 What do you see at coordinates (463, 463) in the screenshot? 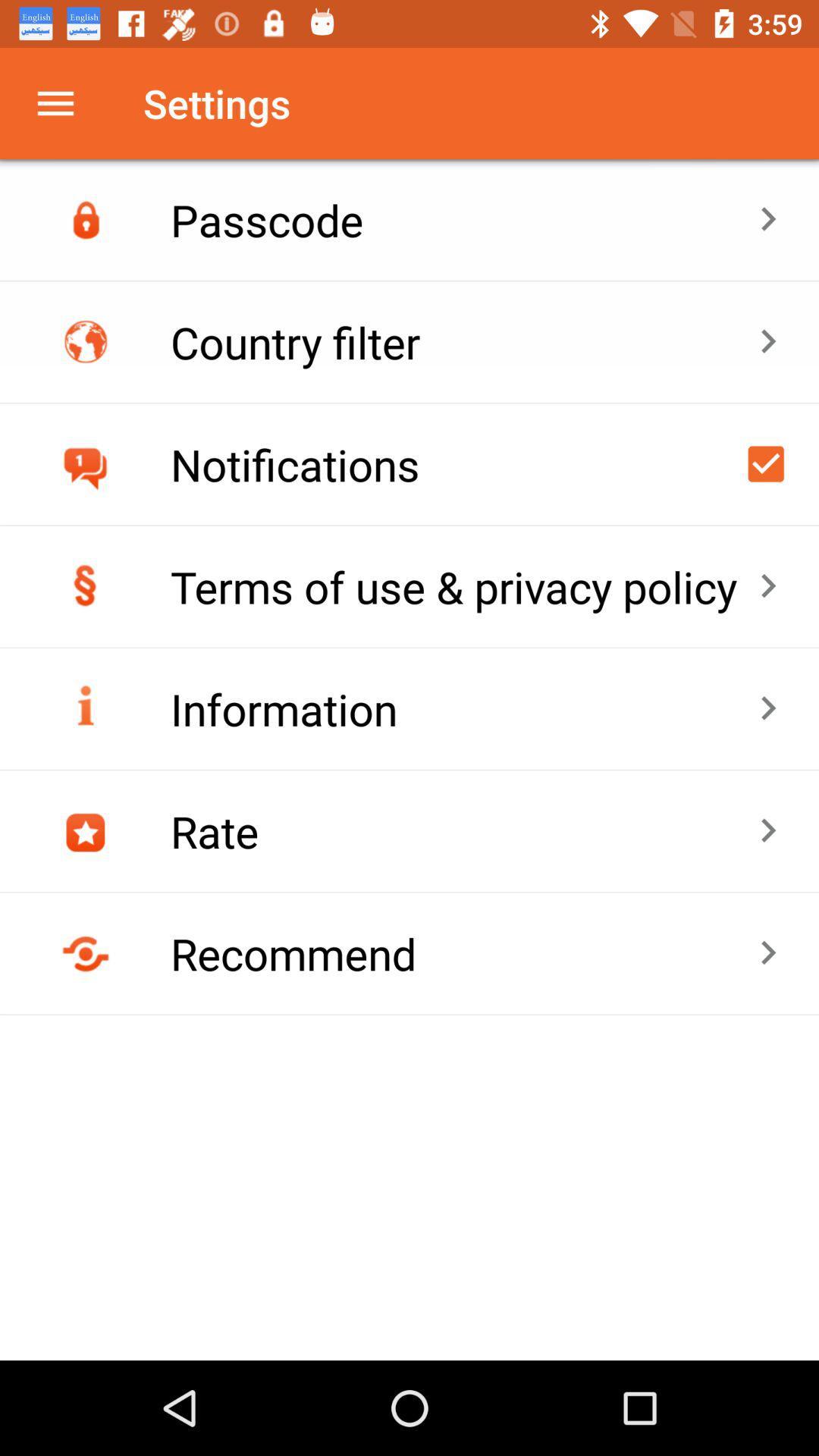
I see `icon below country filter icon` at bounding box center [463, 463].